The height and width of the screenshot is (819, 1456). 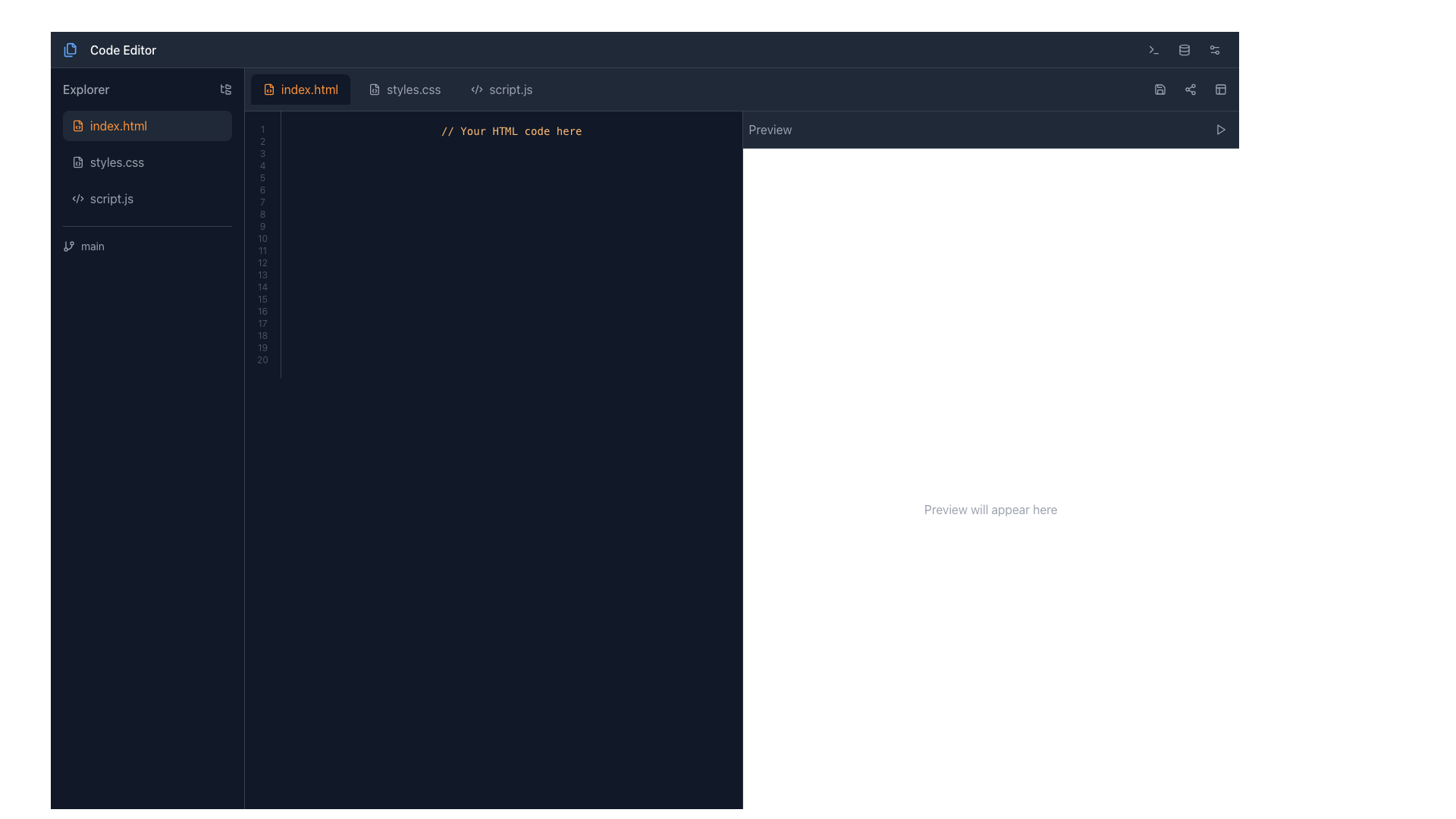 I want to click on the file item button labeled 'styles.css' in the file explorer interface, so click(x=147, y=162).